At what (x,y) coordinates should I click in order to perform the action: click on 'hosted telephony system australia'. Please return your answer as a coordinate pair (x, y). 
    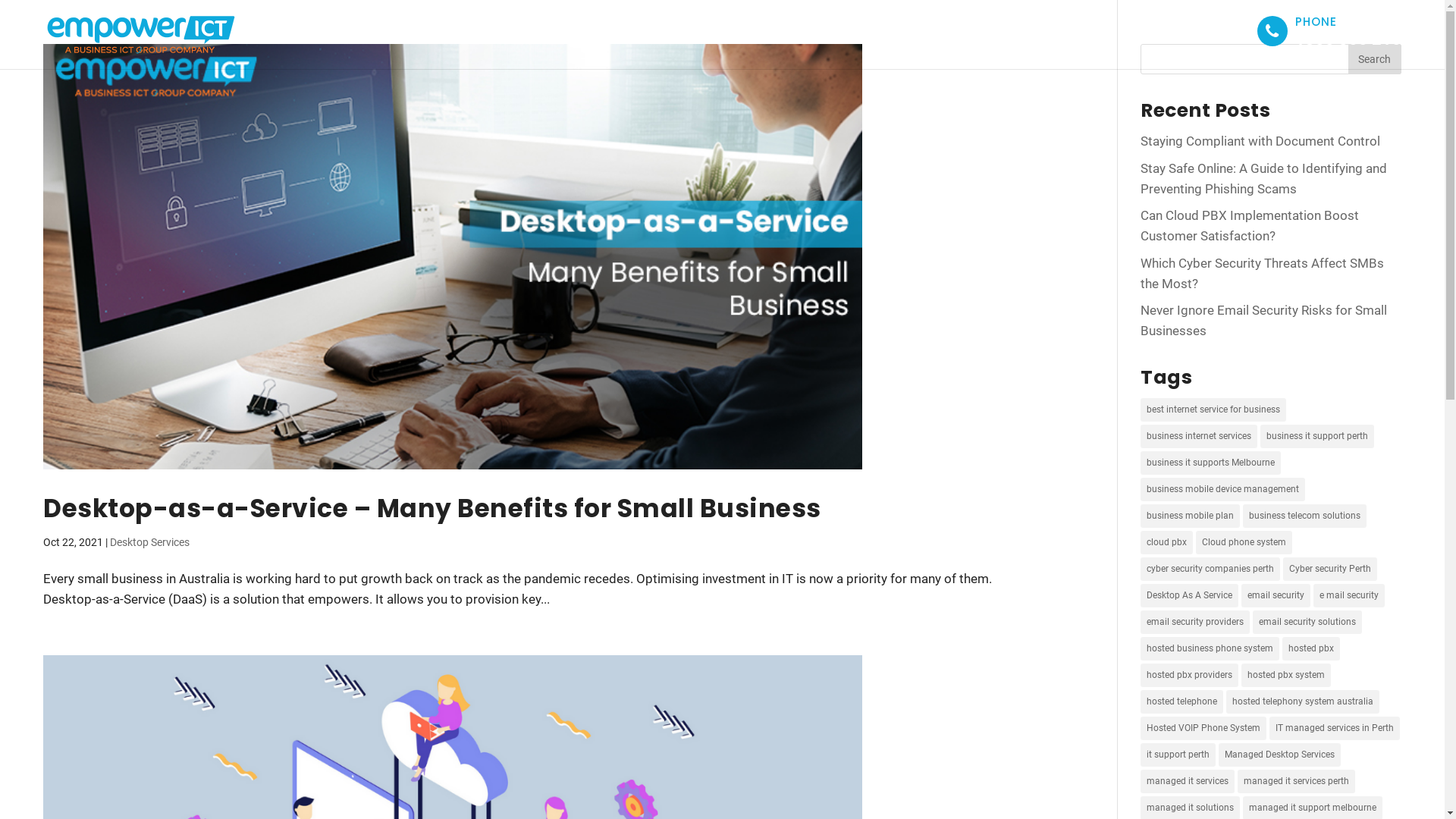
    Looking at the image, I should click on (1302, 701).